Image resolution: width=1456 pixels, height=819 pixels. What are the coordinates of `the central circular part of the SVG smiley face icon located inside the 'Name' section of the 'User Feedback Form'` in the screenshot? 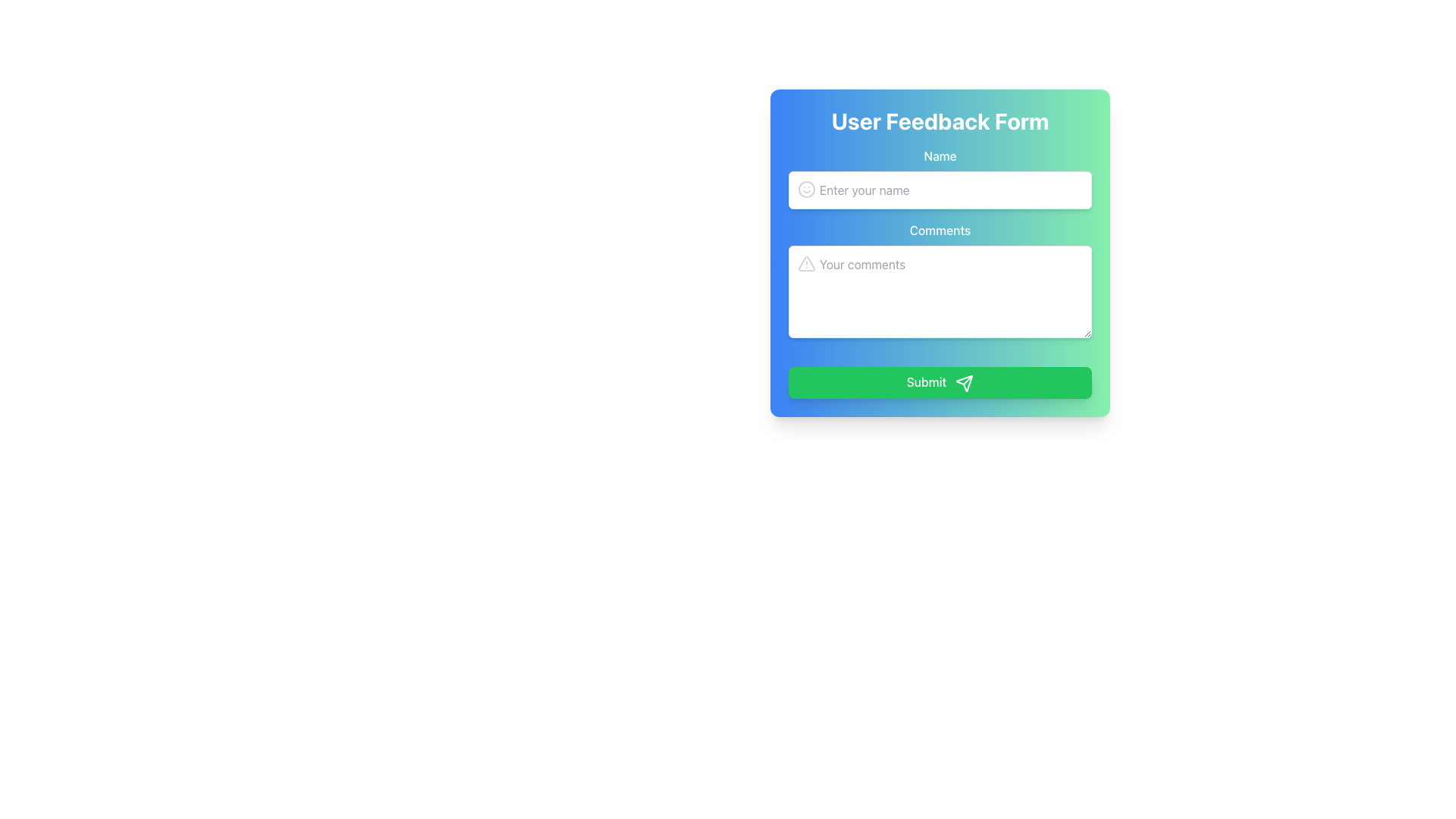 It's located at (806, 189).